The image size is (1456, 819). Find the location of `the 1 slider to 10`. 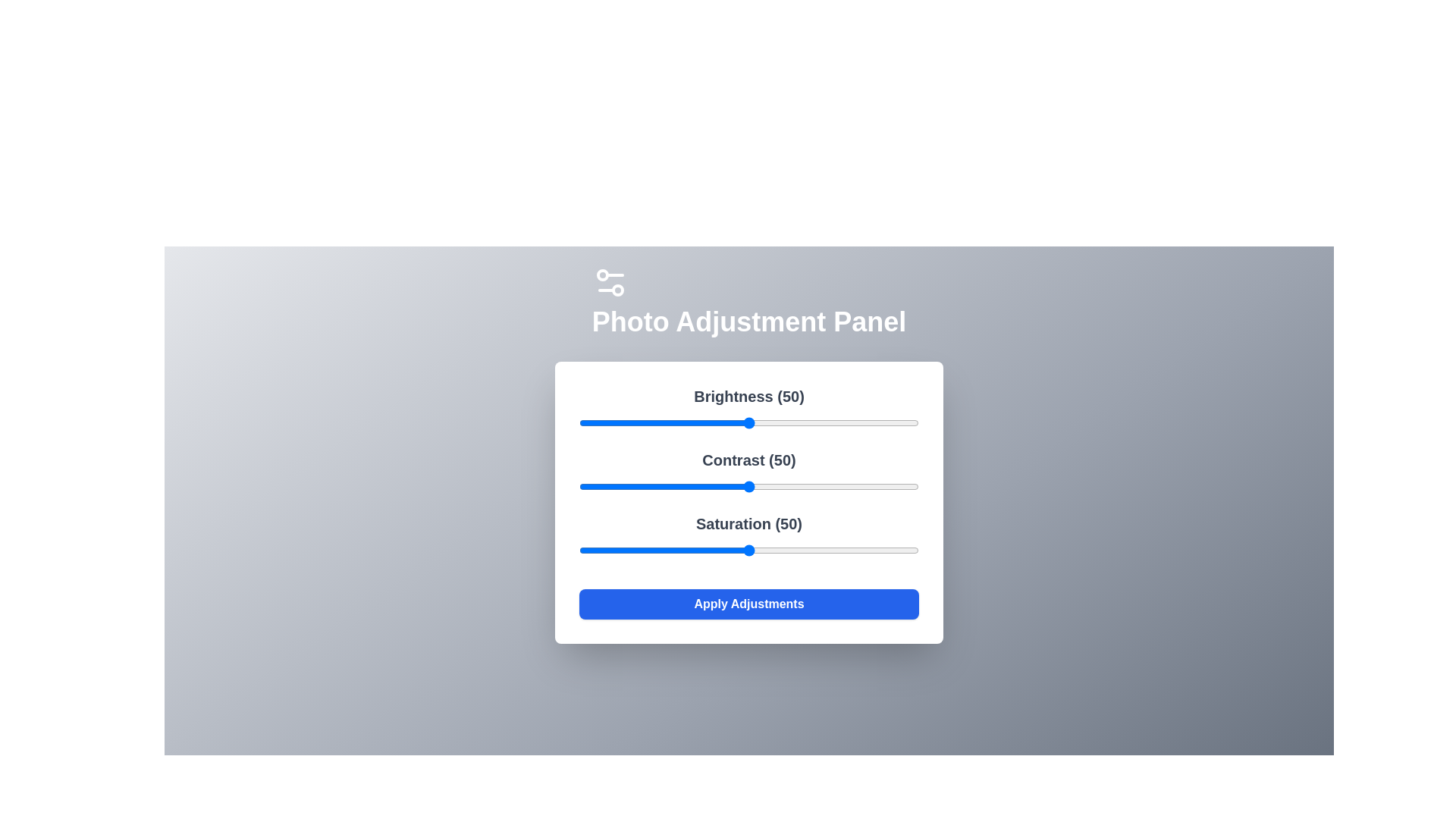

the 1 slider to 10 is located at coordinates (613, 486).